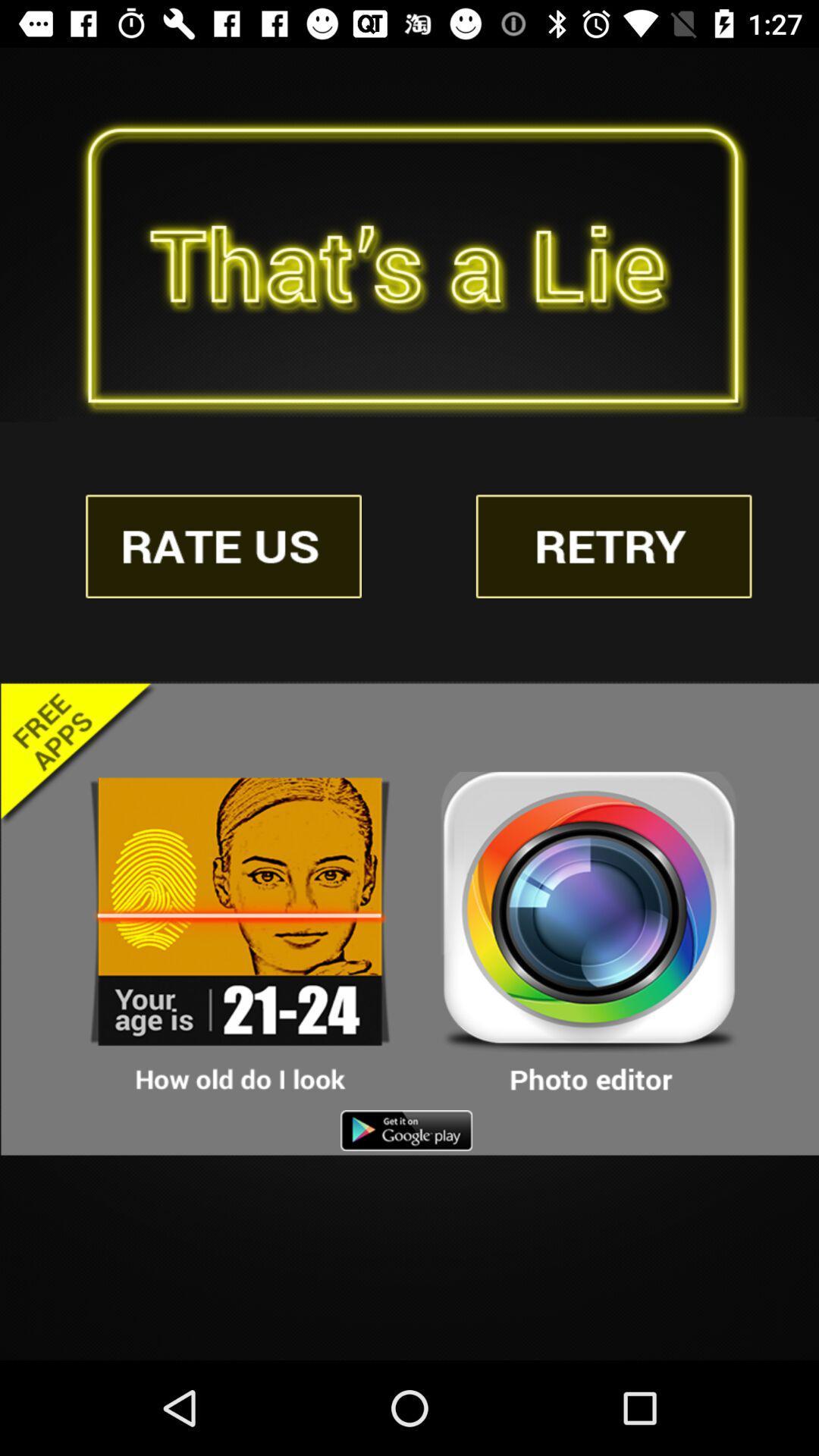  What do you see at coordinates (613, 546) in the screenshot?
I see `refresh content` at bounding box center [613, 546].